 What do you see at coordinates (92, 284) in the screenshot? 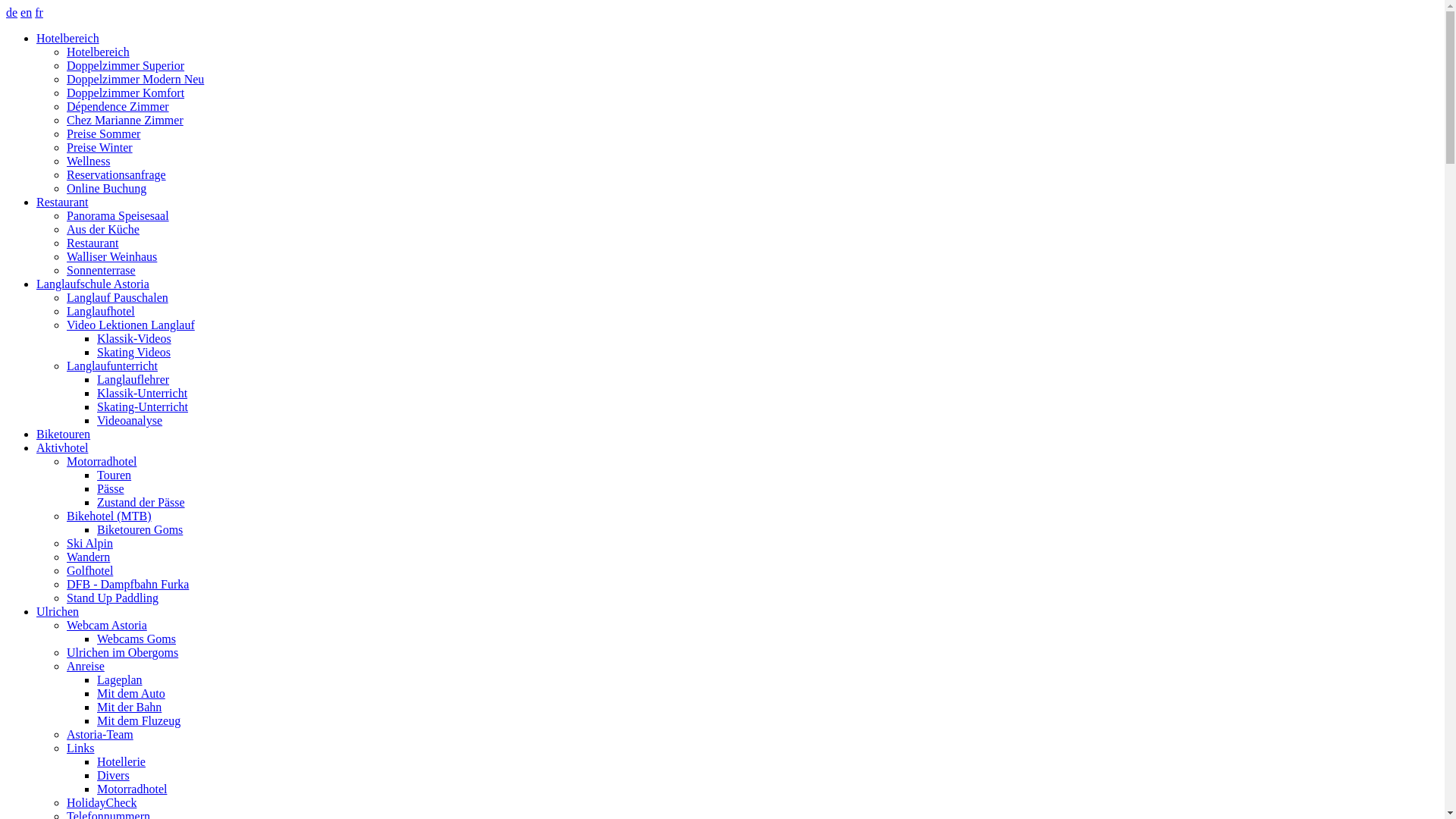
I see `'Langlaufschule Astoria'` at bounding box center [92, 284].